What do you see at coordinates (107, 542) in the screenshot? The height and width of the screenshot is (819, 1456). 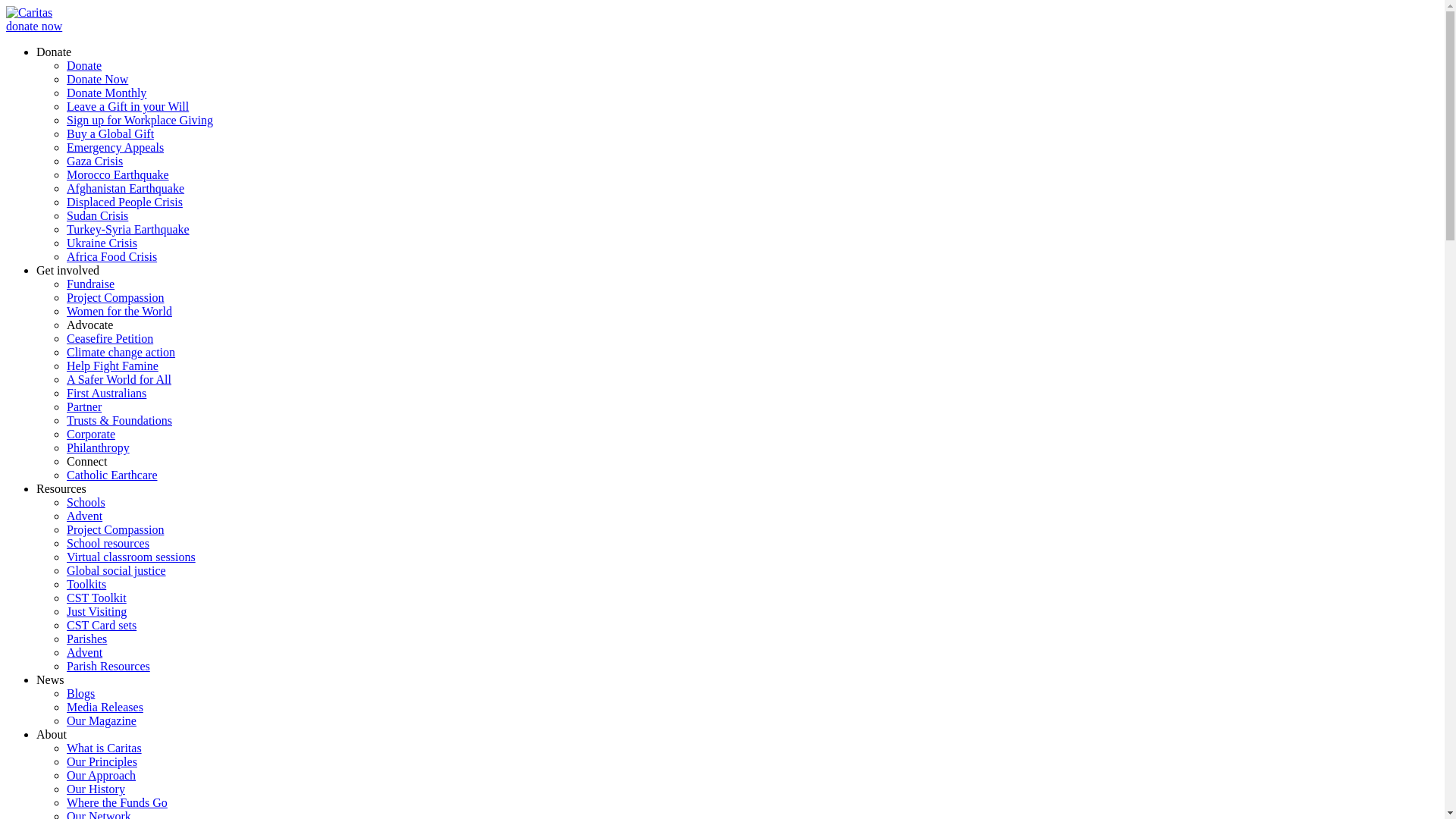 I see `'School resources'` at bounding box center [107, 542].